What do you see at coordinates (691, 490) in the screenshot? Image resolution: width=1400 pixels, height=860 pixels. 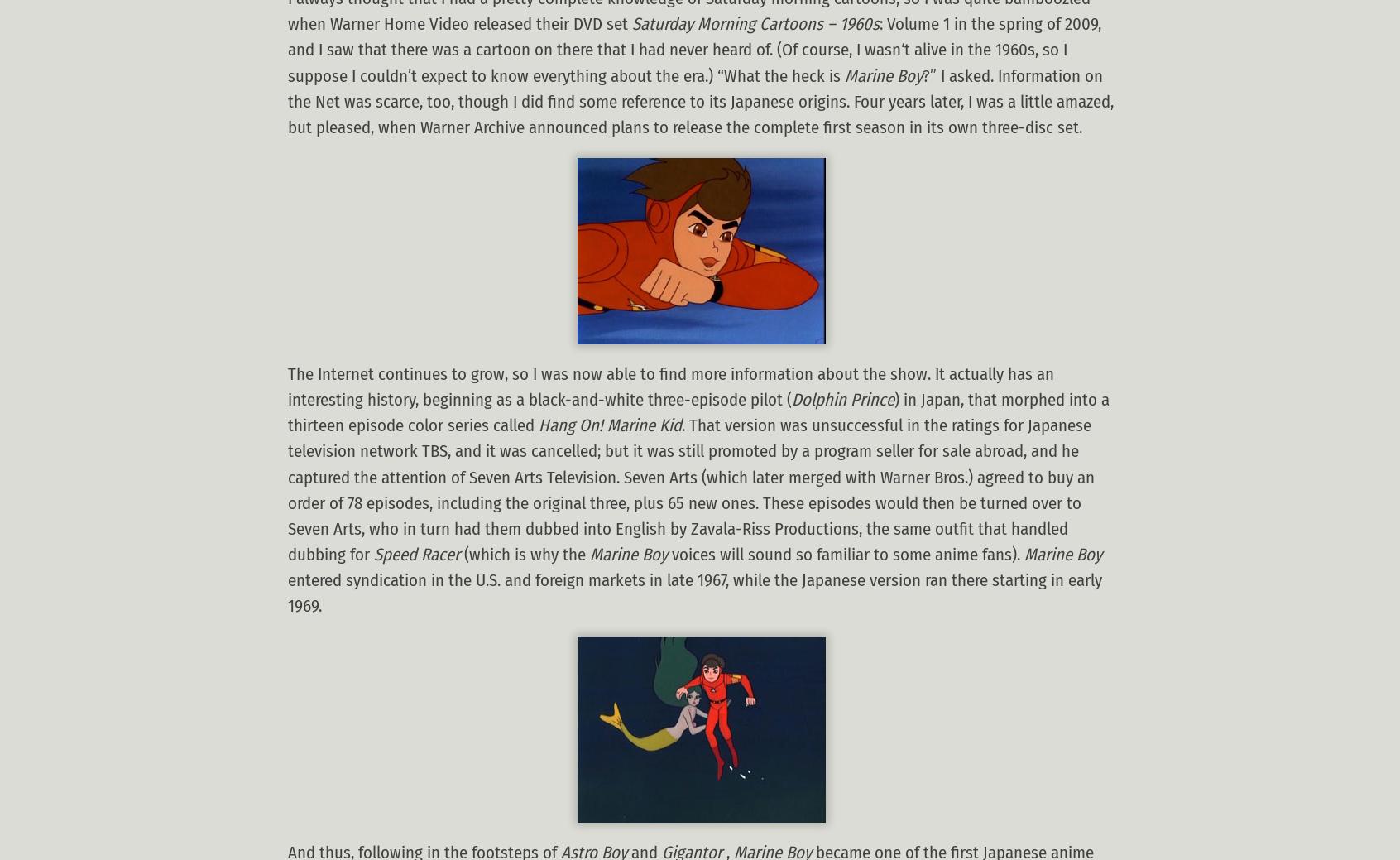 I see `'. That version was unsuccessful in the ratings for Japanese television network TBS, and it was cancelled; but it was still promoted by a program seller for sale abroad, and he captured the attention of Seven Arts Television. Seven Arts (which later merged with Warner Bros.) agreed to buy an order of 78 episodes, including the original three, plus 65 new ones. These episodes would then be turned over to Seven Arts, who in turn had them dubbed into English by Zavala-Riss Productions, the same outfit that handled dubbing for'` at bounding box center [691, 490].